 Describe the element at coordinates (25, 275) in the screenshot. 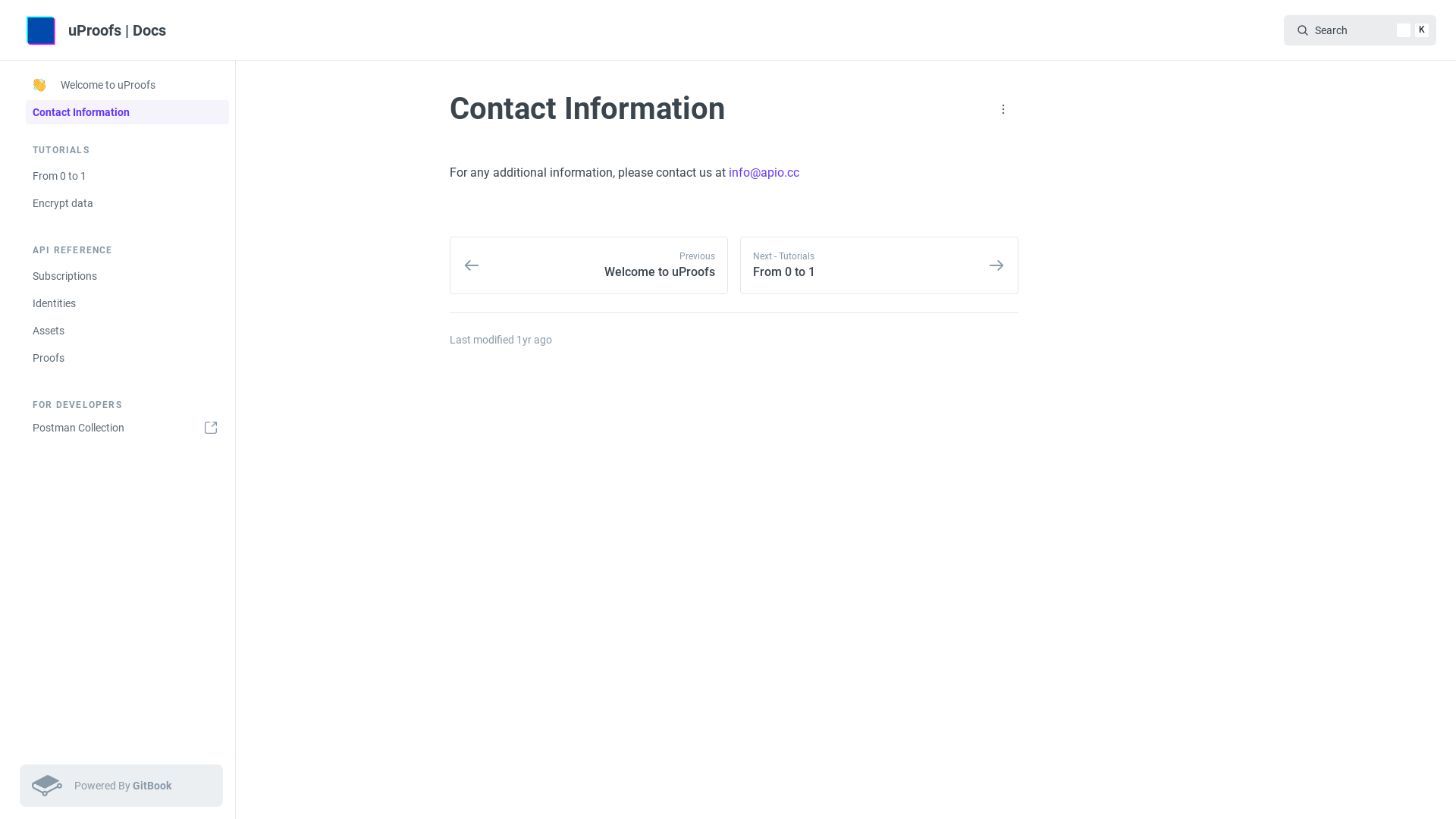

I see `'Subscriptions'` at that location.